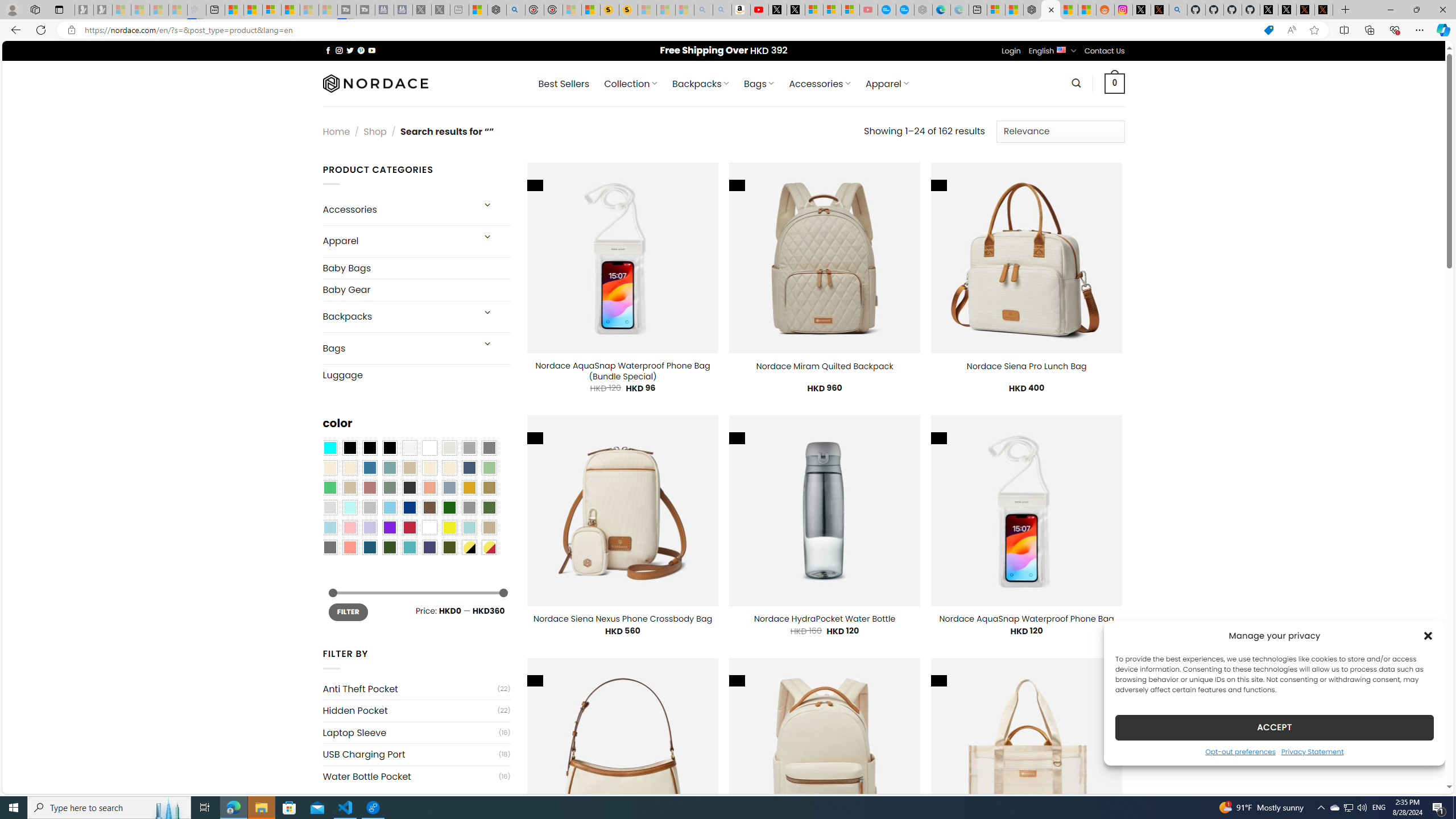 Image resolution: width=1456 pixels, height=819 pixels. I want to click on 'White', so click(429, 527).